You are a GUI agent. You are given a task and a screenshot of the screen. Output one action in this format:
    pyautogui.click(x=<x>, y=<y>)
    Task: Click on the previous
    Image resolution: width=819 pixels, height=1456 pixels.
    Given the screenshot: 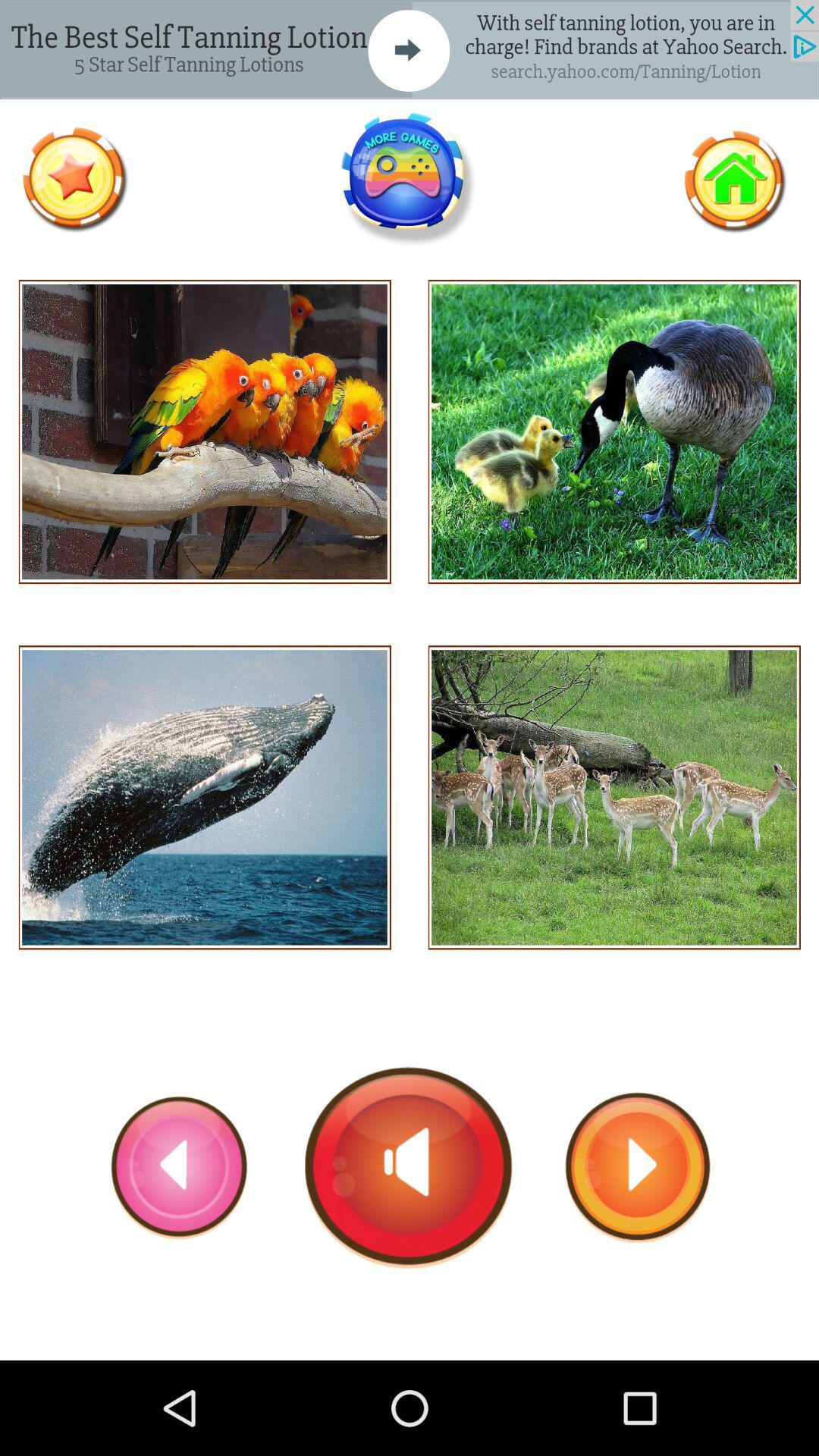 What is the action you would take?
    pyautogui.click(x=179, y=1166)
    